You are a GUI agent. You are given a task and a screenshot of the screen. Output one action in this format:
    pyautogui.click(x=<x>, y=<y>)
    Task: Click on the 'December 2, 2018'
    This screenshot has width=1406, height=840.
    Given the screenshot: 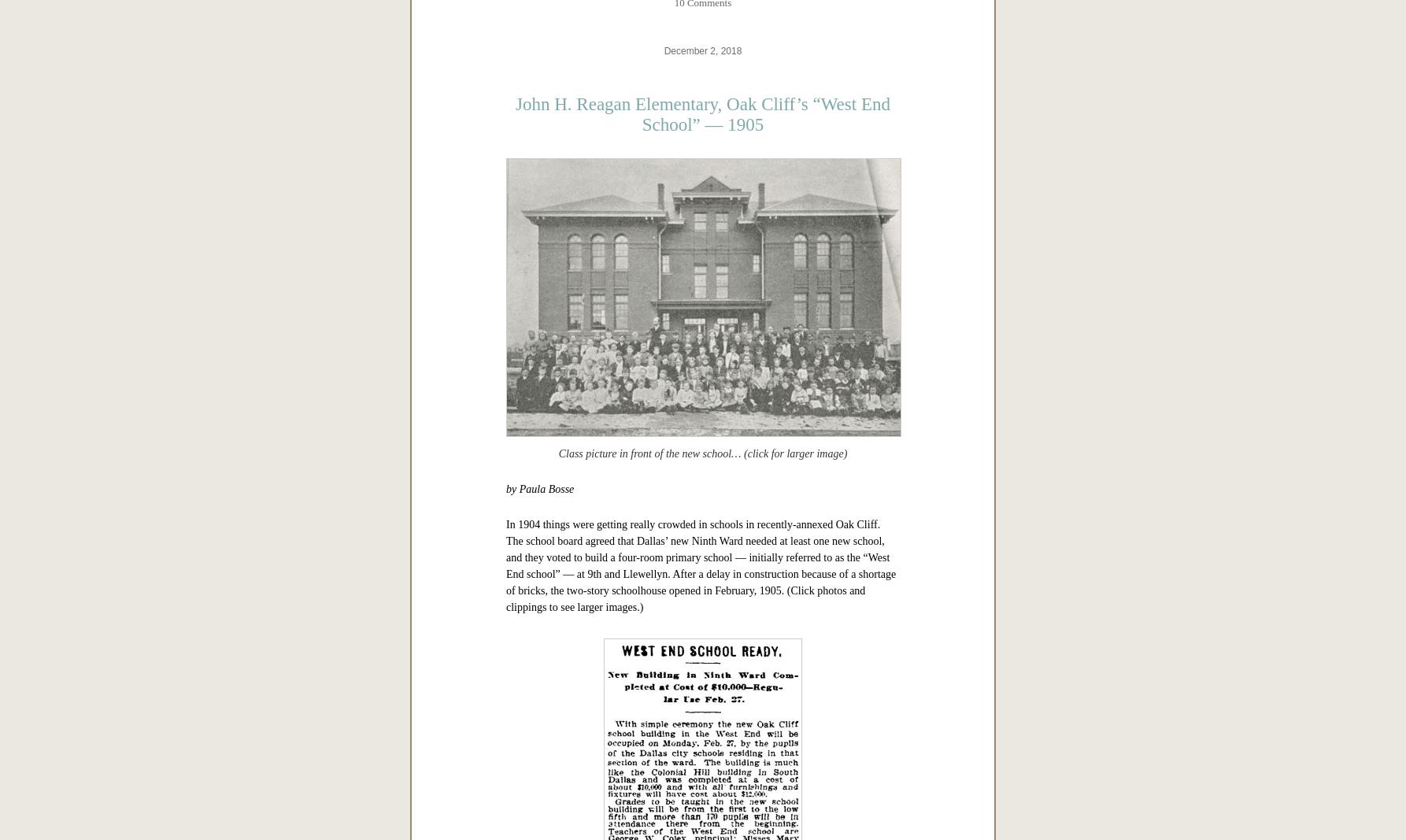 What is the action you would take?
    pyautogui.click(x=701, y=546)
    